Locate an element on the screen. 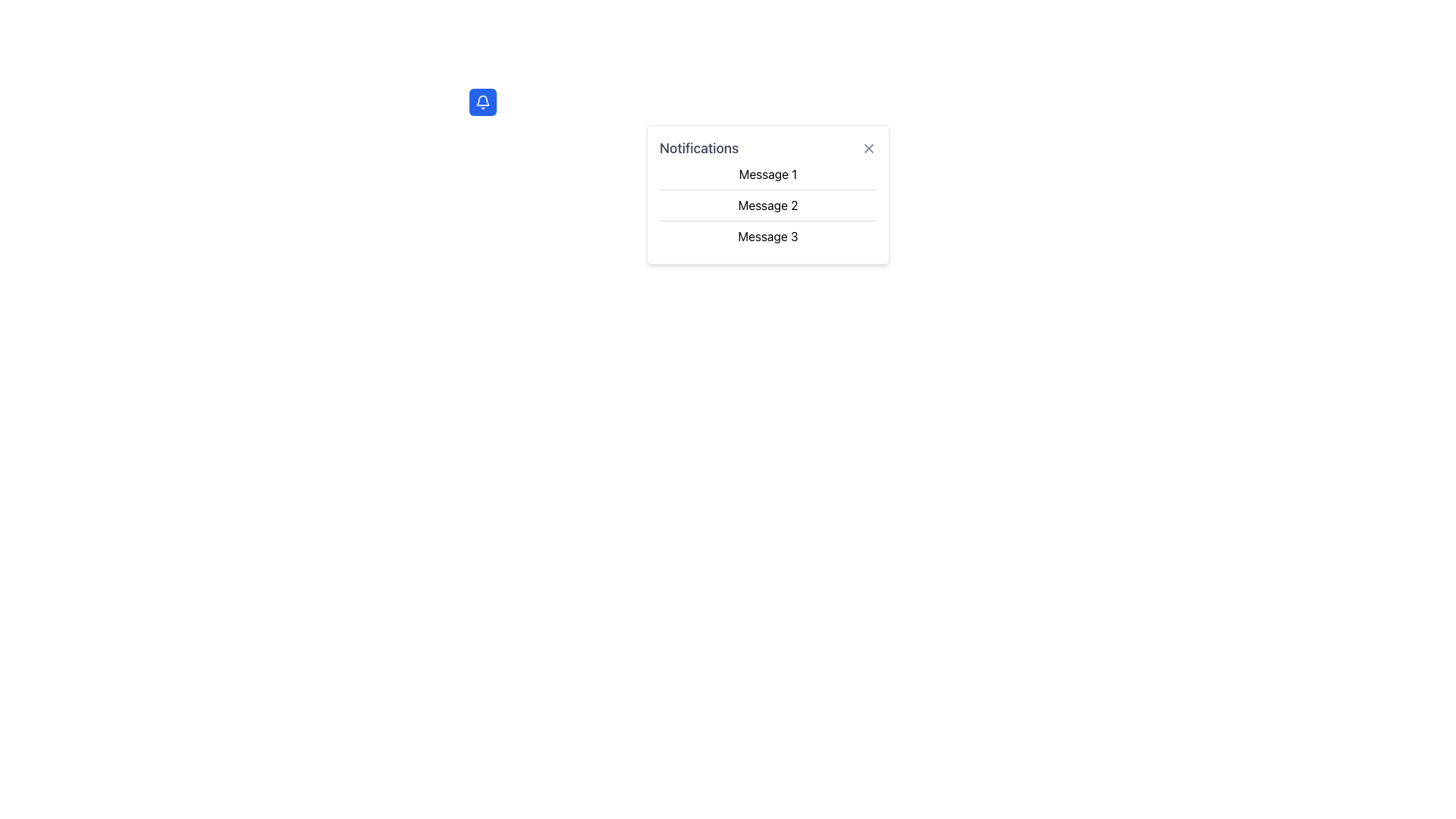 Image resolution: width=1456 pixels, height=819 pixels. the notification button located at the top center of the layout is located at coordinates (482, 102).